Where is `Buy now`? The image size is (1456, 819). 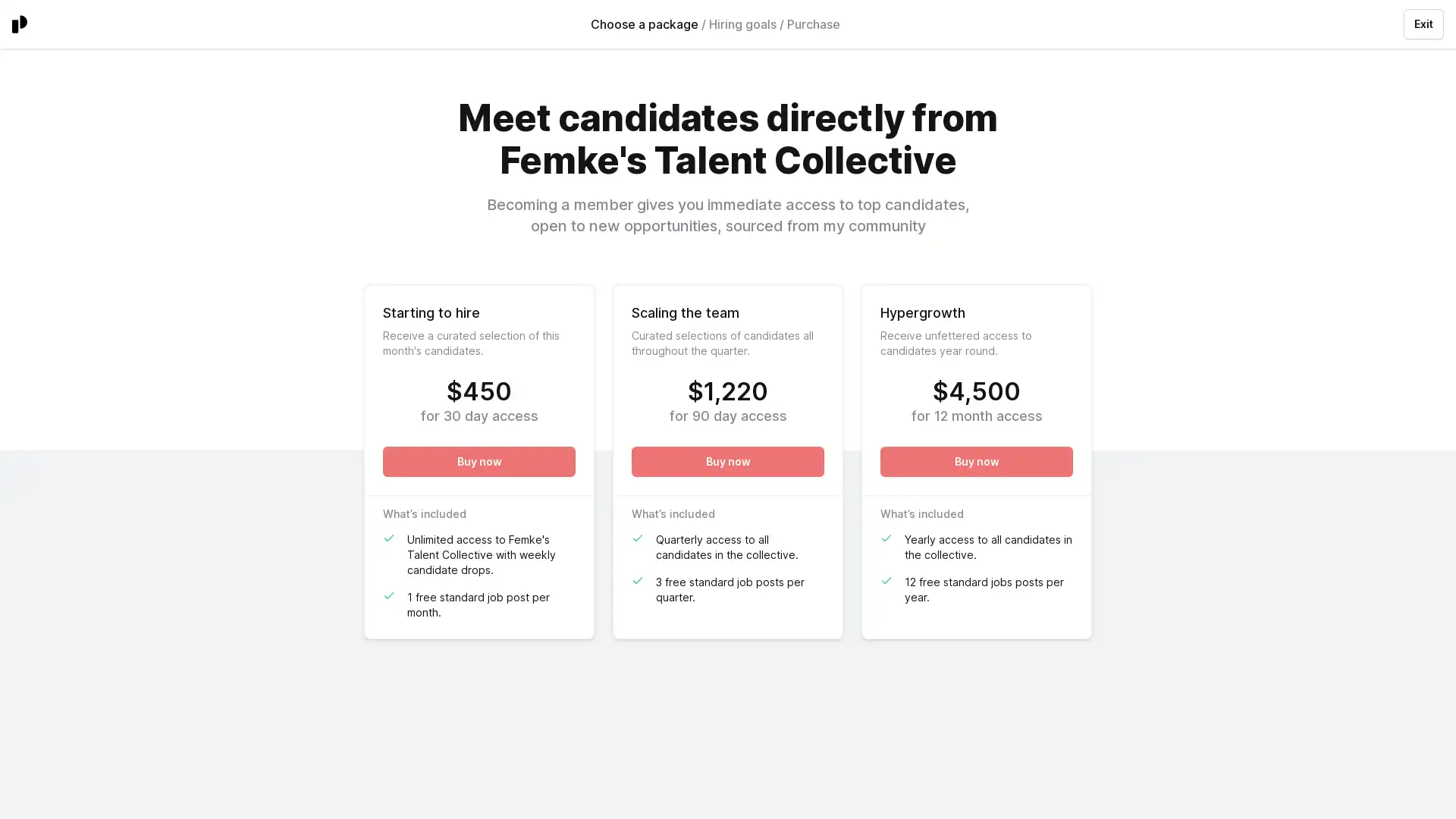 Buy now is located at coordinates (976, 461).